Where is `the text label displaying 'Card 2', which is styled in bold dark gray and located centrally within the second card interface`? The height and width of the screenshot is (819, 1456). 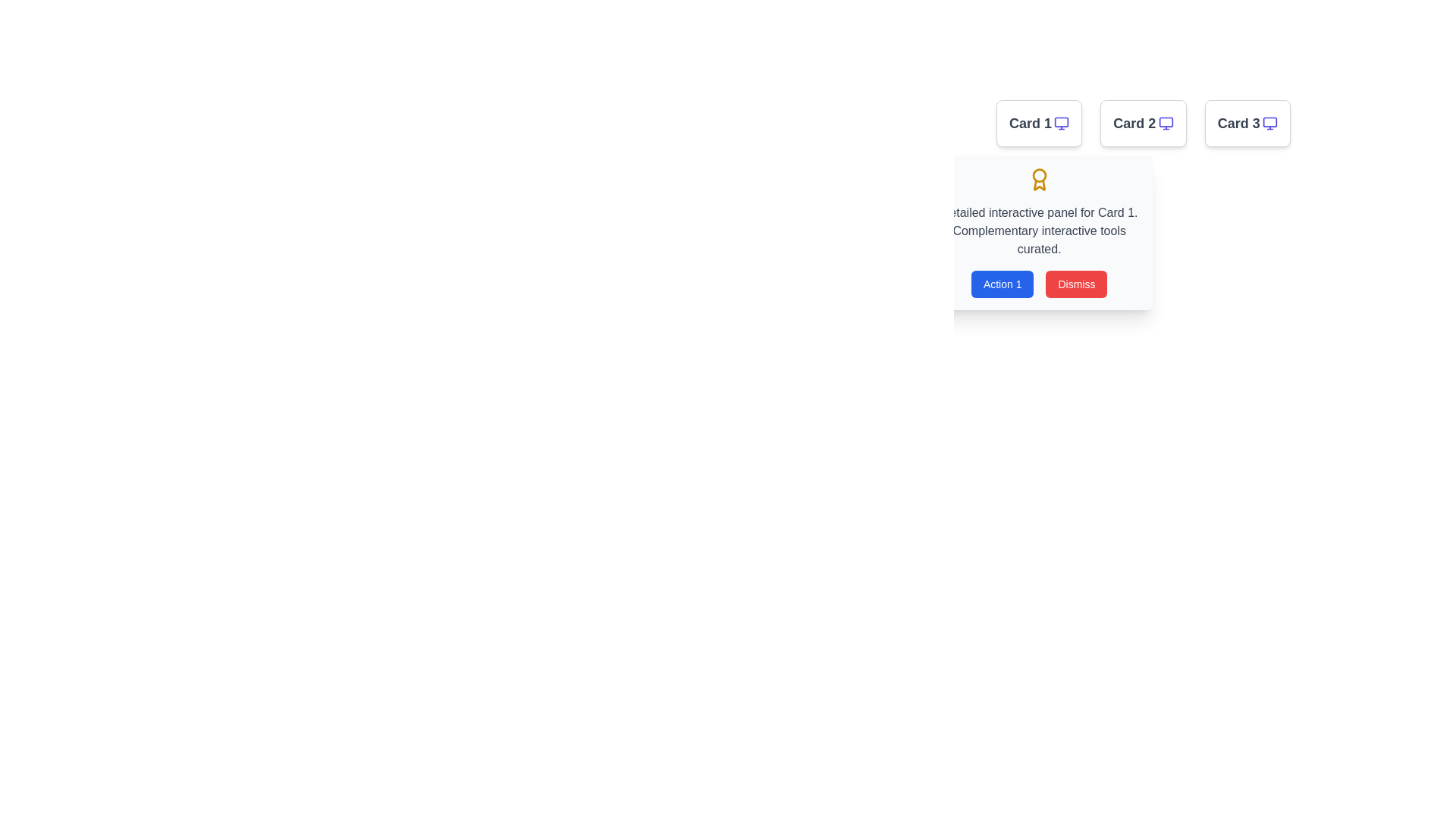 the text label displaying 'Card 2', which is styled in bold dark gray and located centrally within the second card interface is located at coordinates (1134, 122).